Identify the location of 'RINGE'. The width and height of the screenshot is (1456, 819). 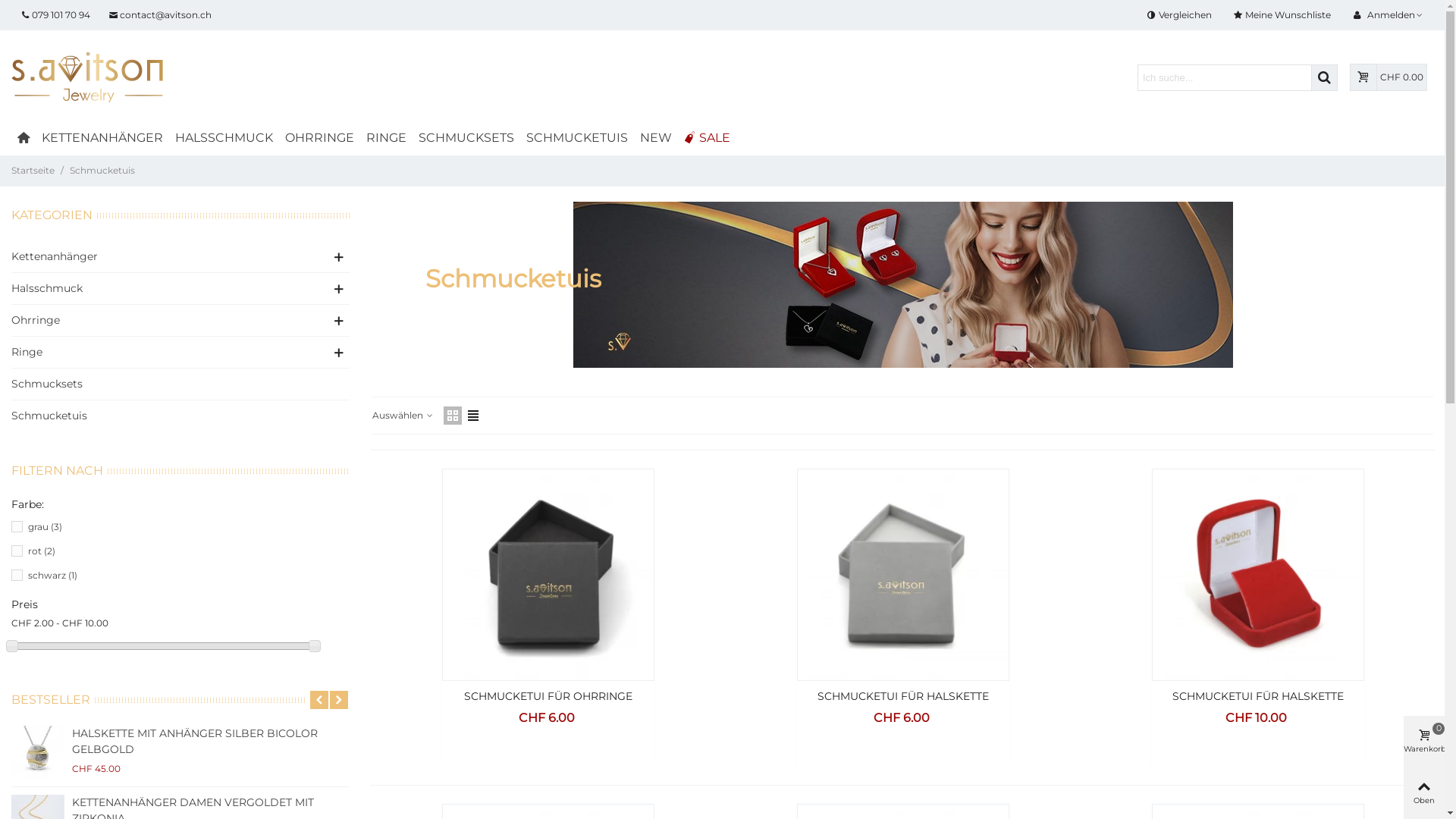
(359, 137).